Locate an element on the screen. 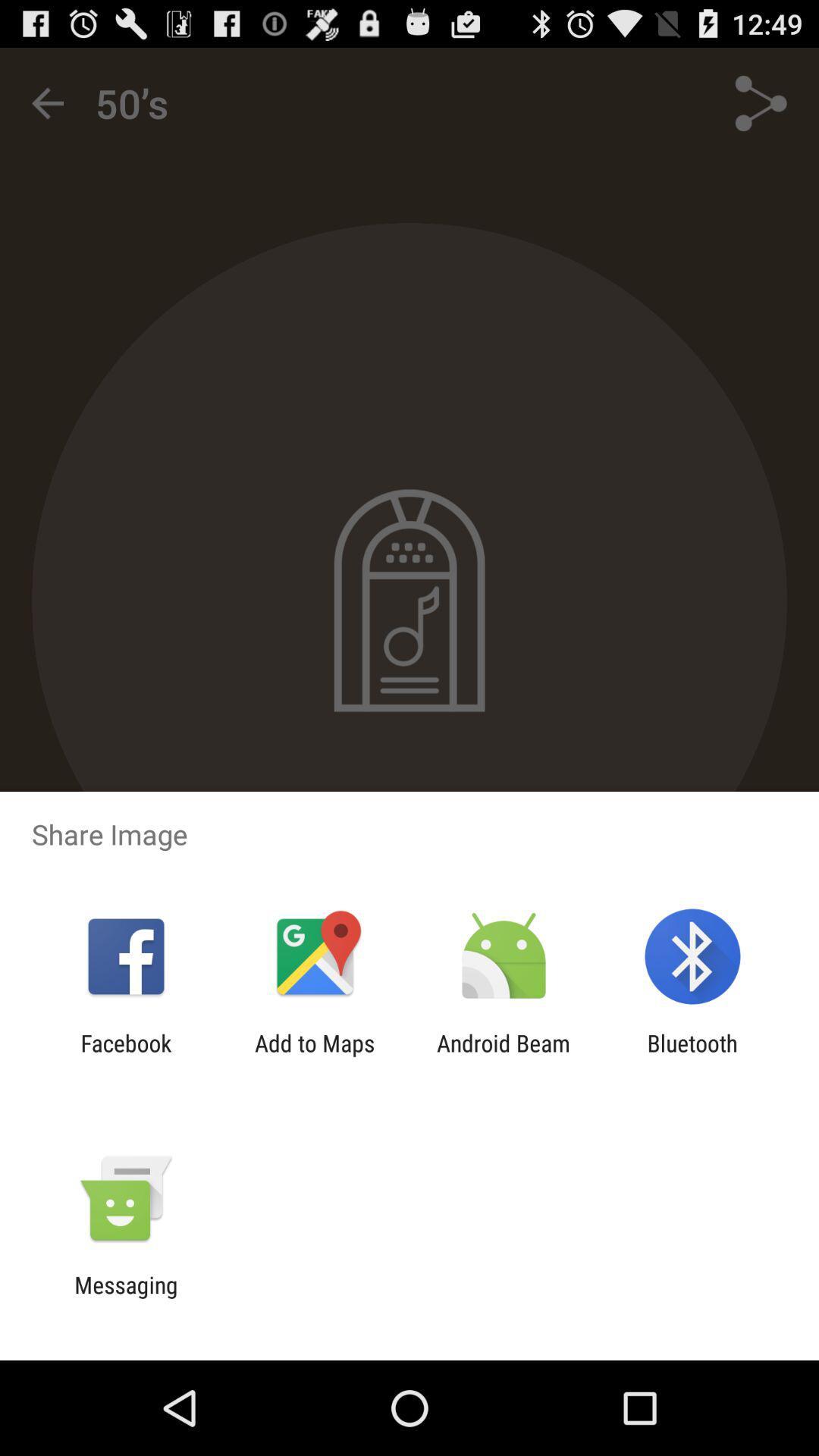 The image size is (819, 1456). messaging app is located at coordinates (125, 1298).